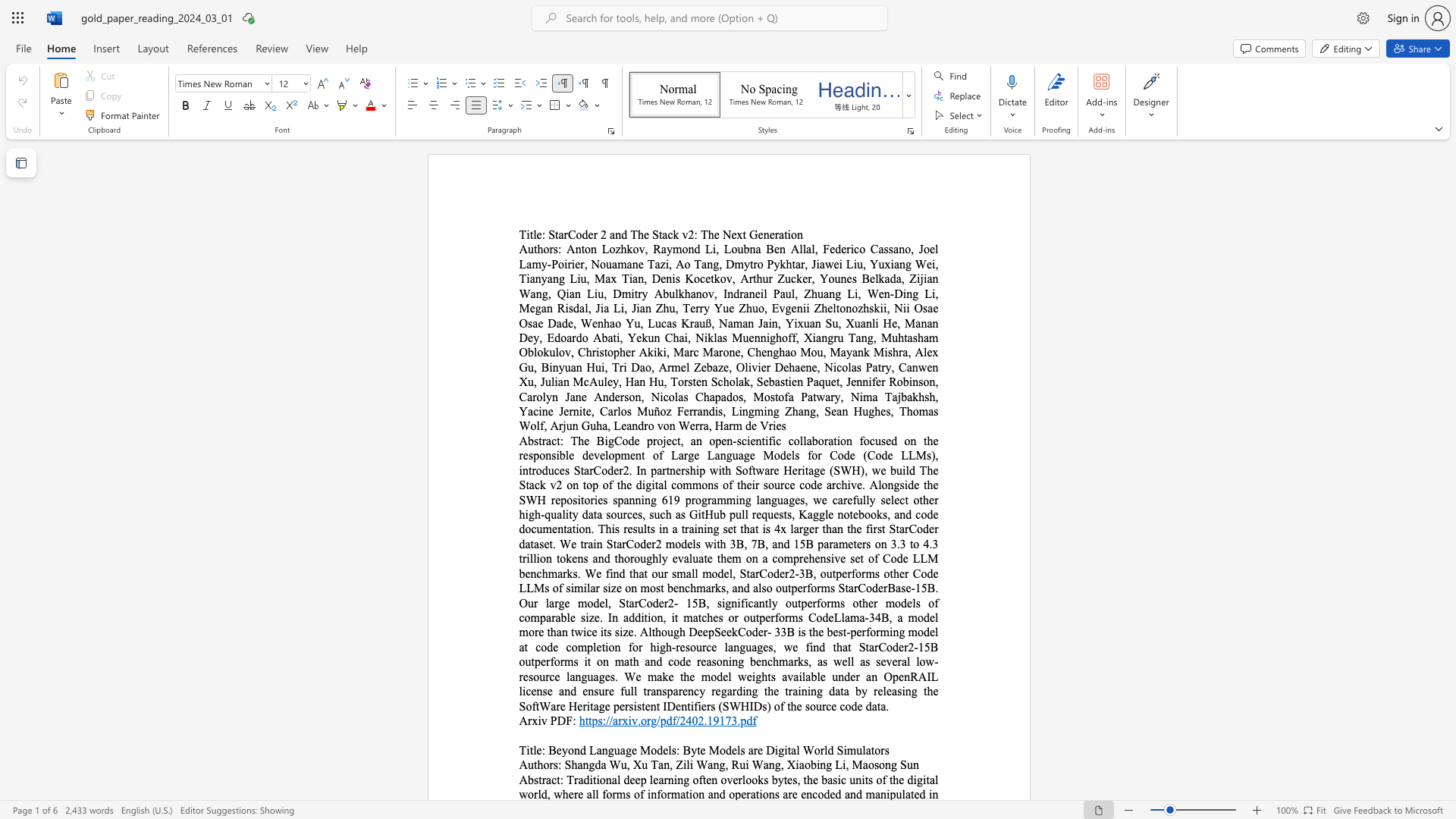 Image resolution: width=1456 pixels, height=819 pixels. What do you see at coordinates (862, 764) in the screenshot?
I see `the subset text "aos" within the text "Maosong Sun"` at bounding box center [862, 764].